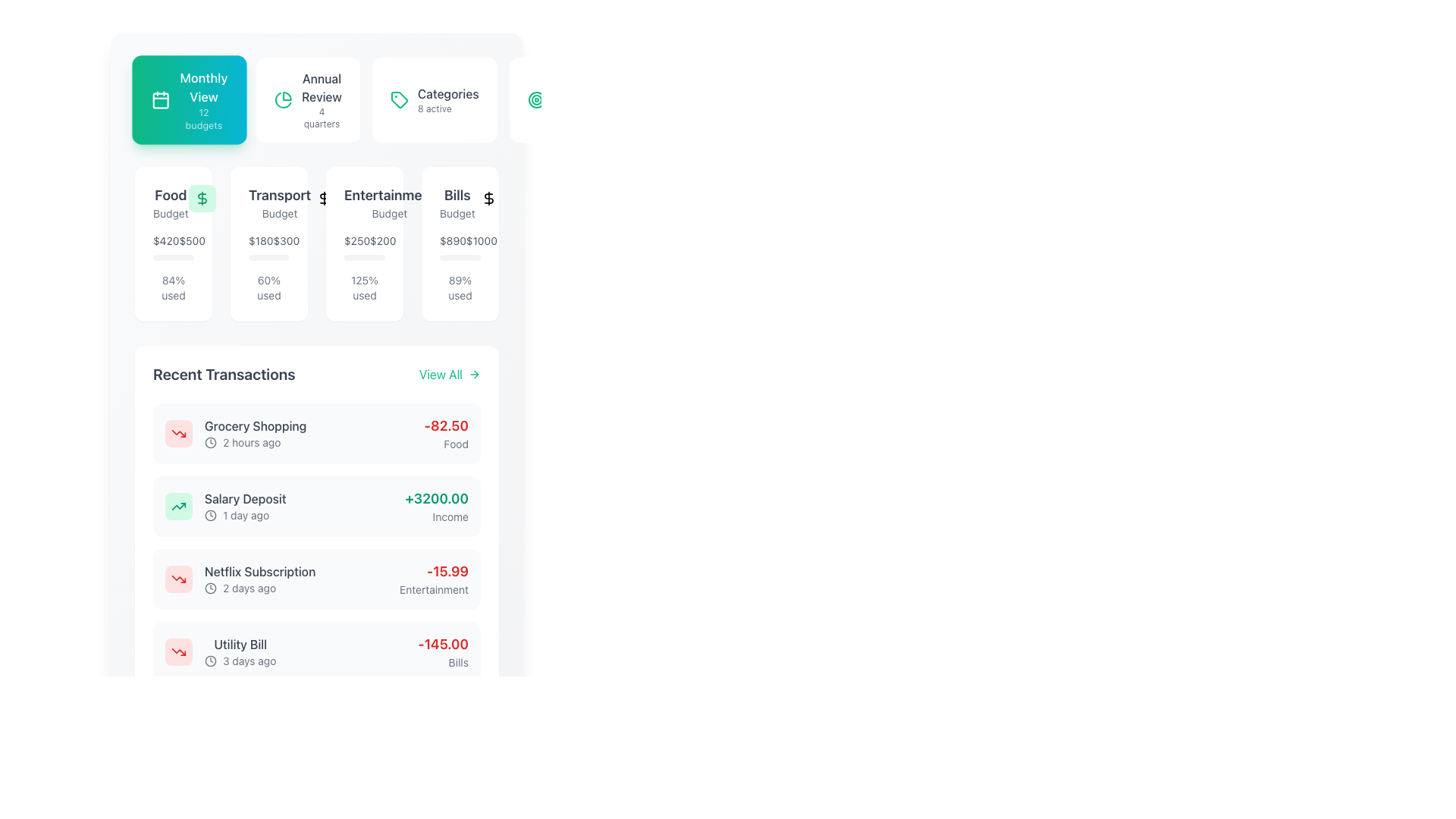  What do you see at coordinates (315, 506) in the screenshot?
I see `the second item in the 'Recent Transactions' list that displays transaction details such as type, time, and amount` at bounding box center [315, 506].